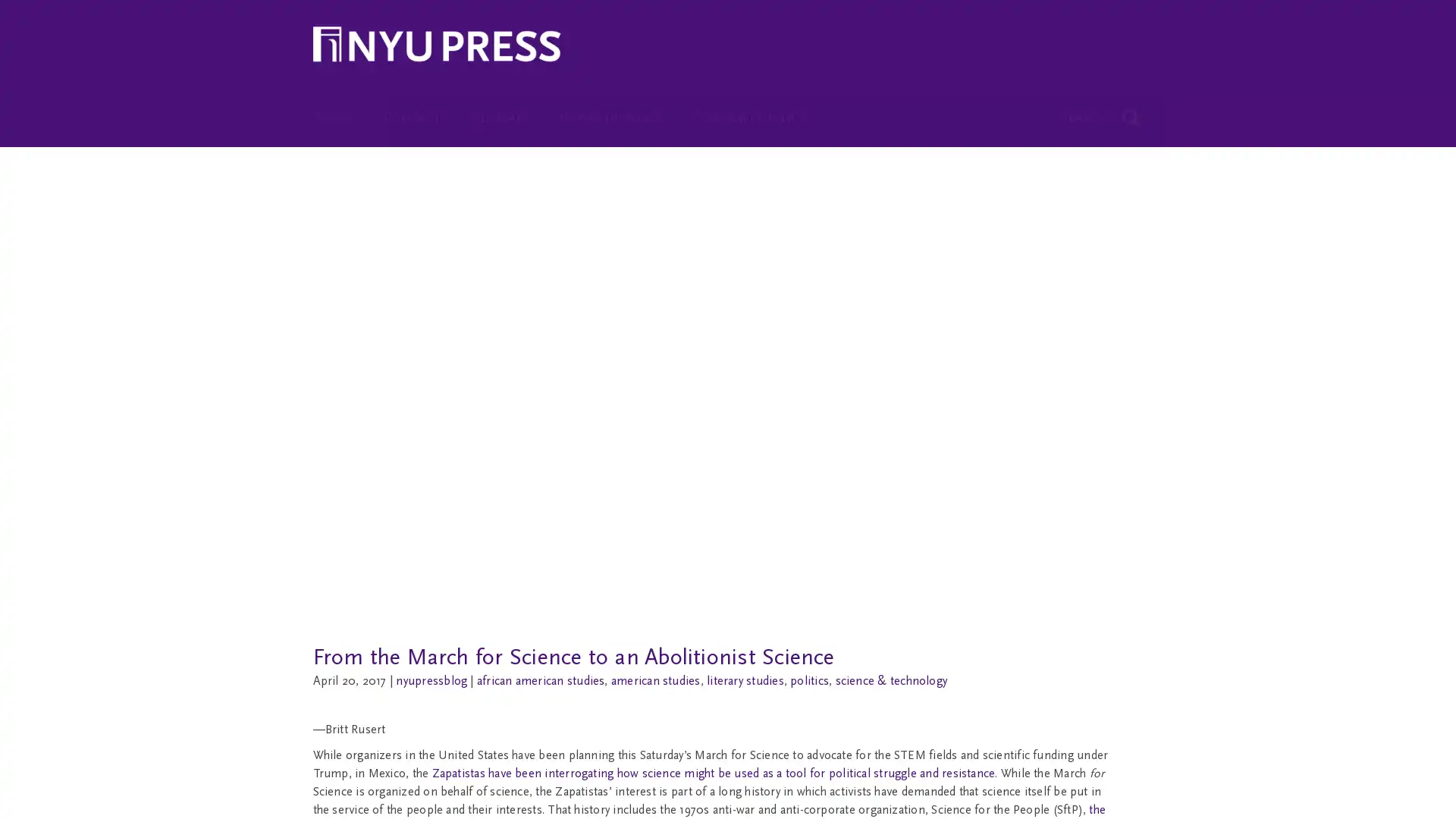 The width and height of the screenshot is (1456, 819). What do you see at coordinates (1102, 106) in the screenshot?
I see `SEARCH` at bounding box center [1102, 106].